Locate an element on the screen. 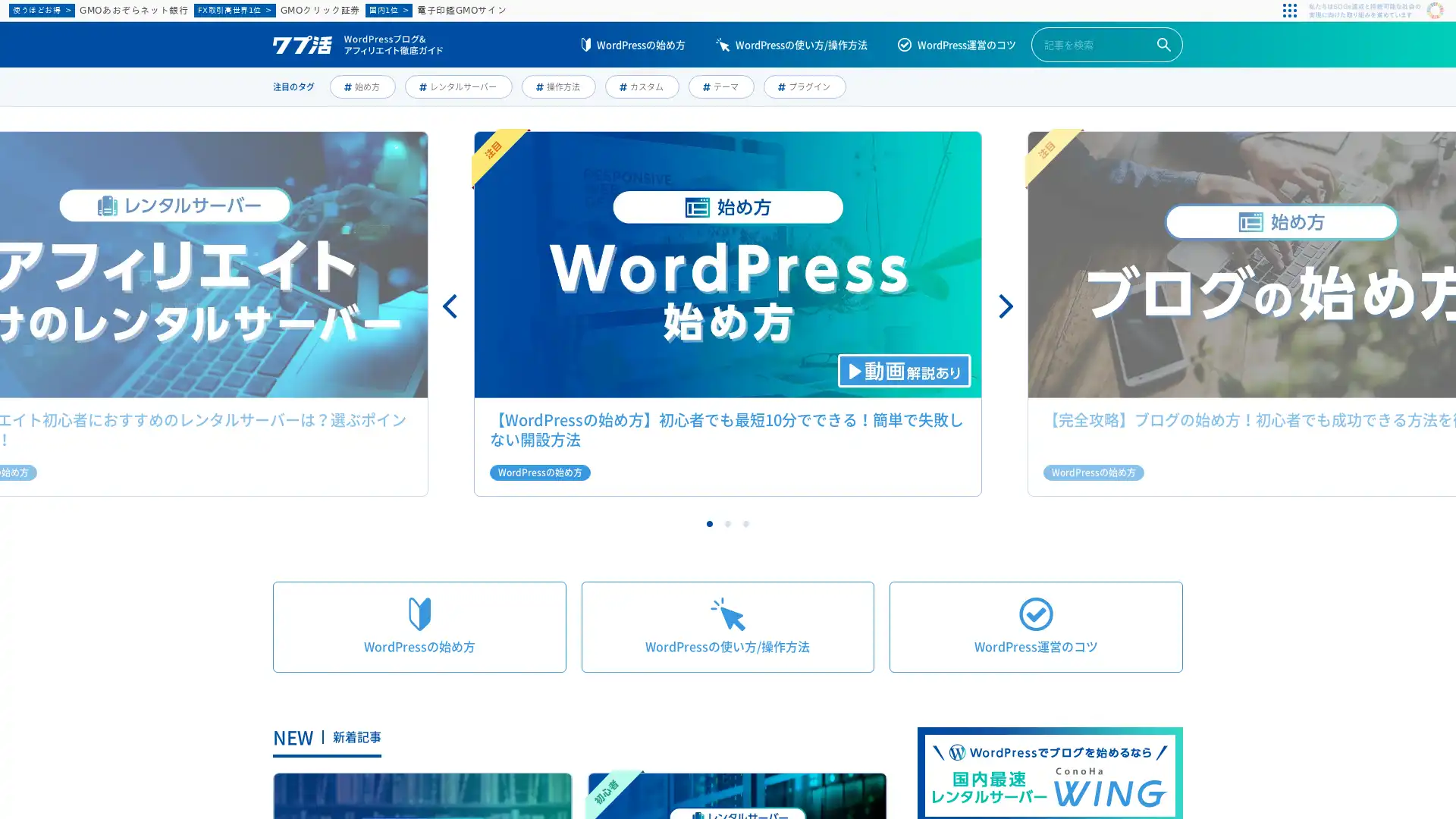 This screenshot has width=1456, height=819. Previous is located at coordinates (450, 306).